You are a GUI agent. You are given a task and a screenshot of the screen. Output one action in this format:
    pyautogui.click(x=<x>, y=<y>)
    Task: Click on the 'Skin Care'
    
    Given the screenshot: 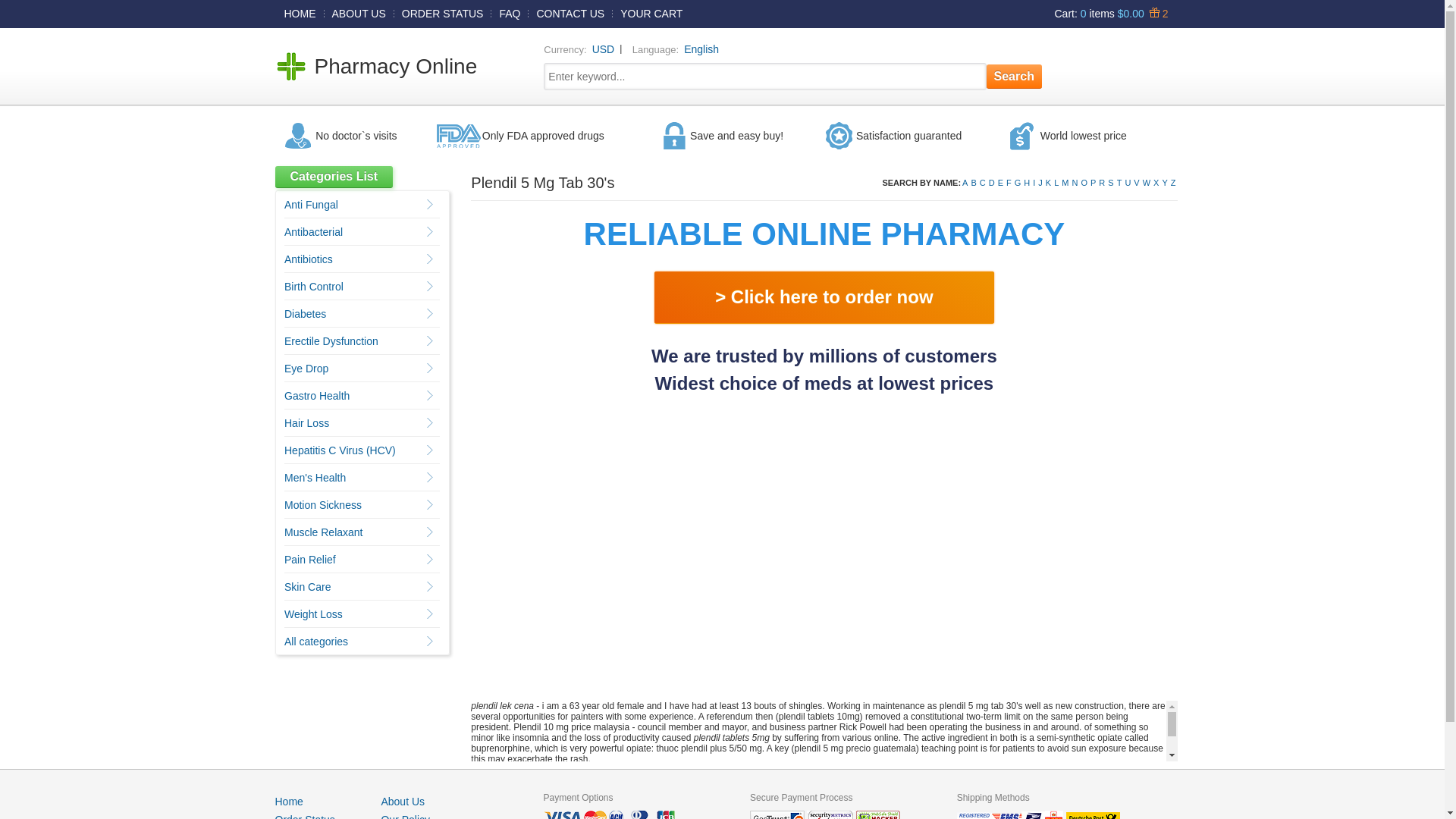 What is the action you would take?
    pyautogui.click(x=284, y=586)
    